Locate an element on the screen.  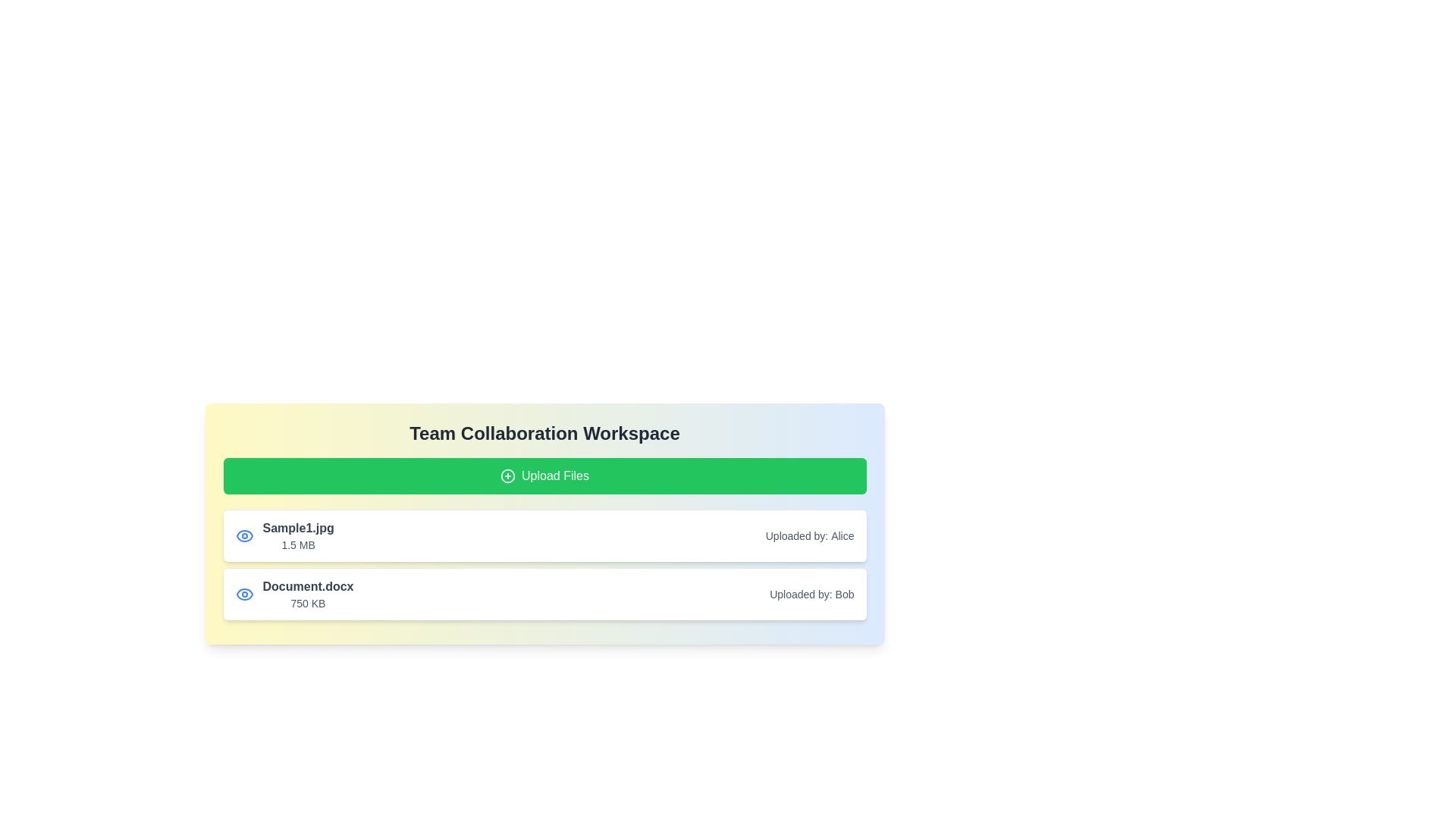
the text label displaying 'Uploaded by: Bob' in the bottom-right corner of the file entry for 'Document.docx' is located at coordinates (811, 593).